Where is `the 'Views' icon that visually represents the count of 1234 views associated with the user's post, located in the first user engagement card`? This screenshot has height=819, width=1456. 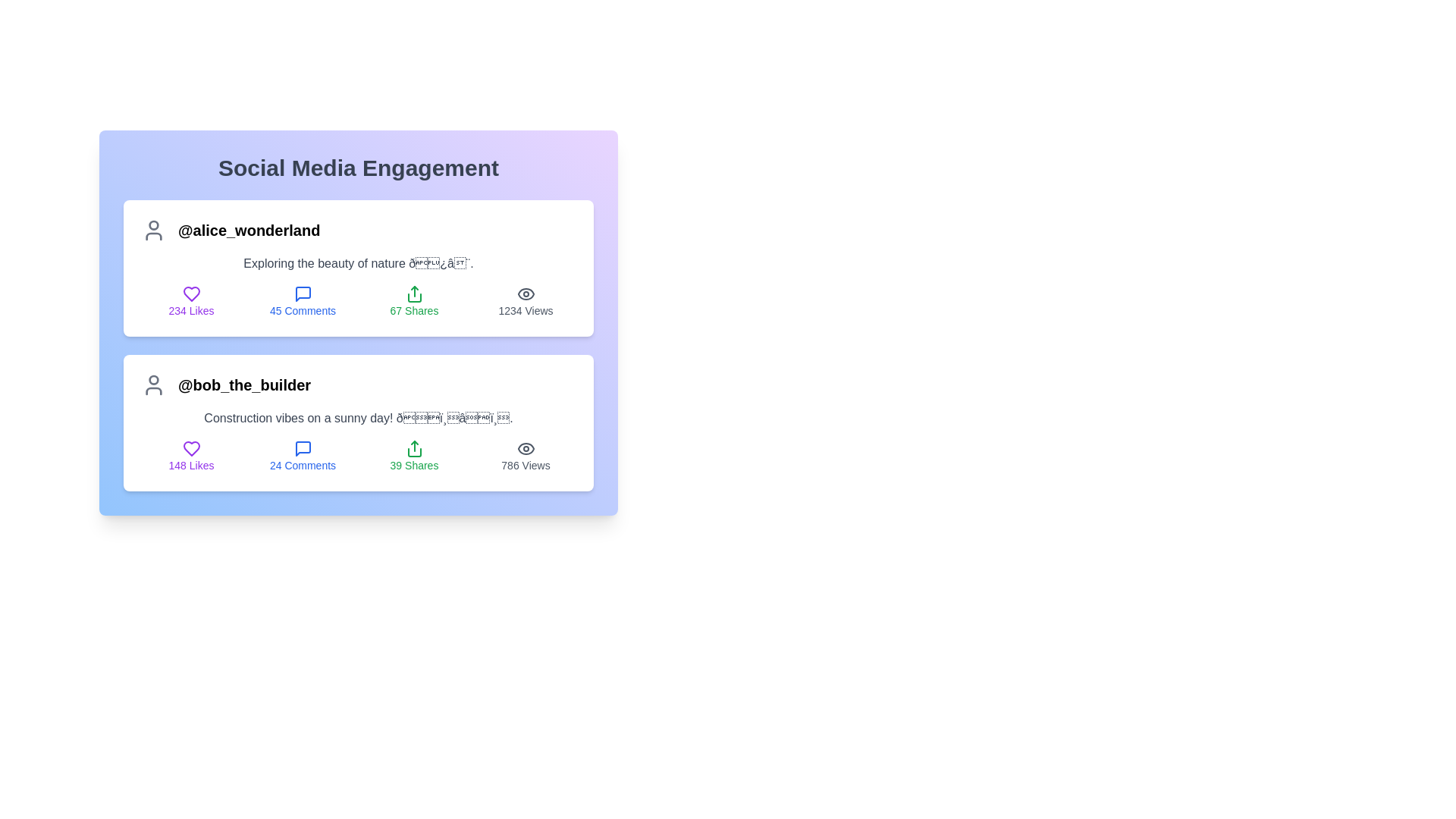 the 'Views' icon that visually represents the count of 1234 views associated with the user's post, located in the first user engagement card is located at coordinates (526, 294).